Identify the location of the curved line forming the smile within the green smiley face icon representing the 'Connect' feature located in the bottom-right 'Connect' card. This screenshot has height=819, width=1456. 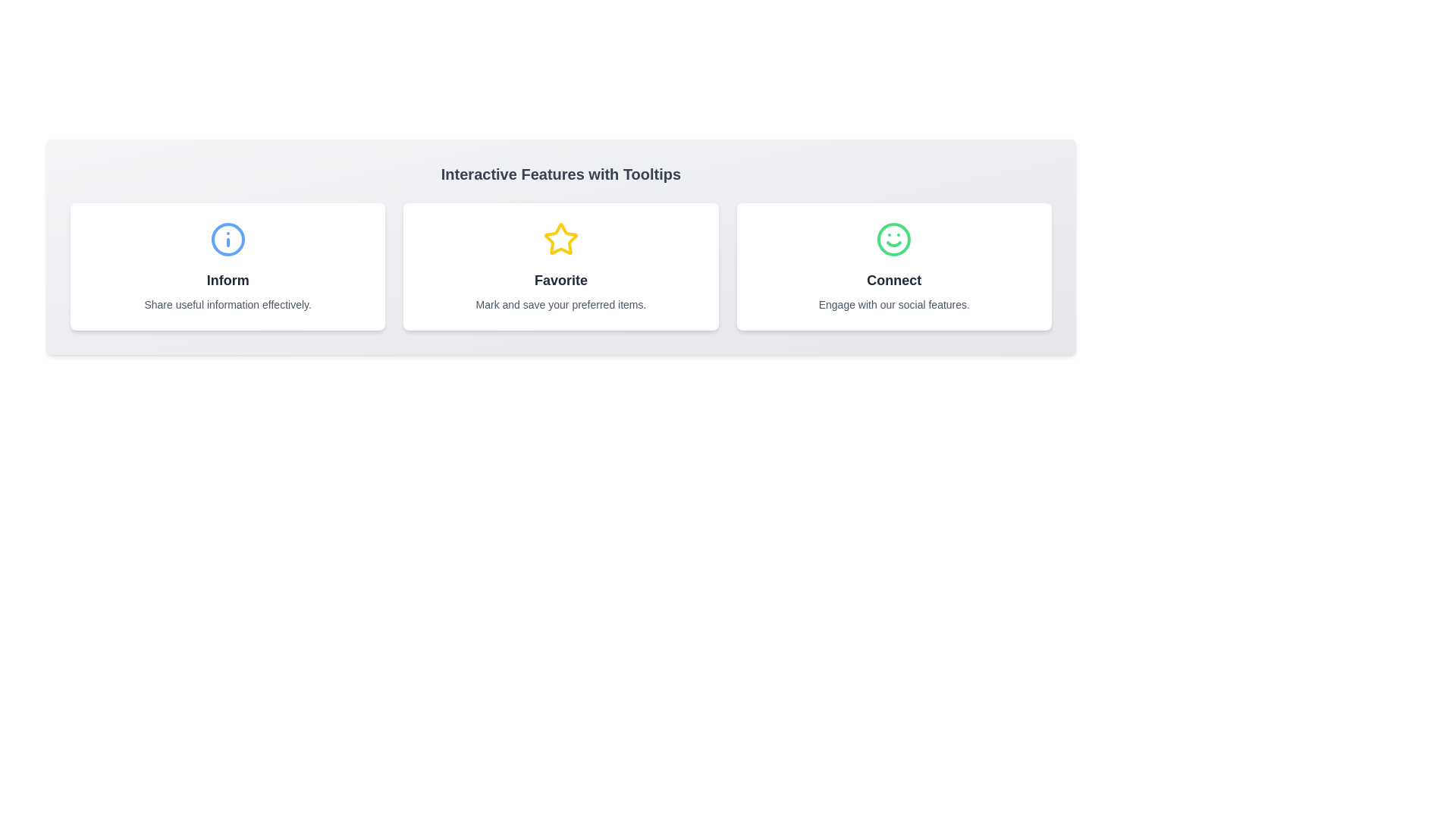
(894, 243).